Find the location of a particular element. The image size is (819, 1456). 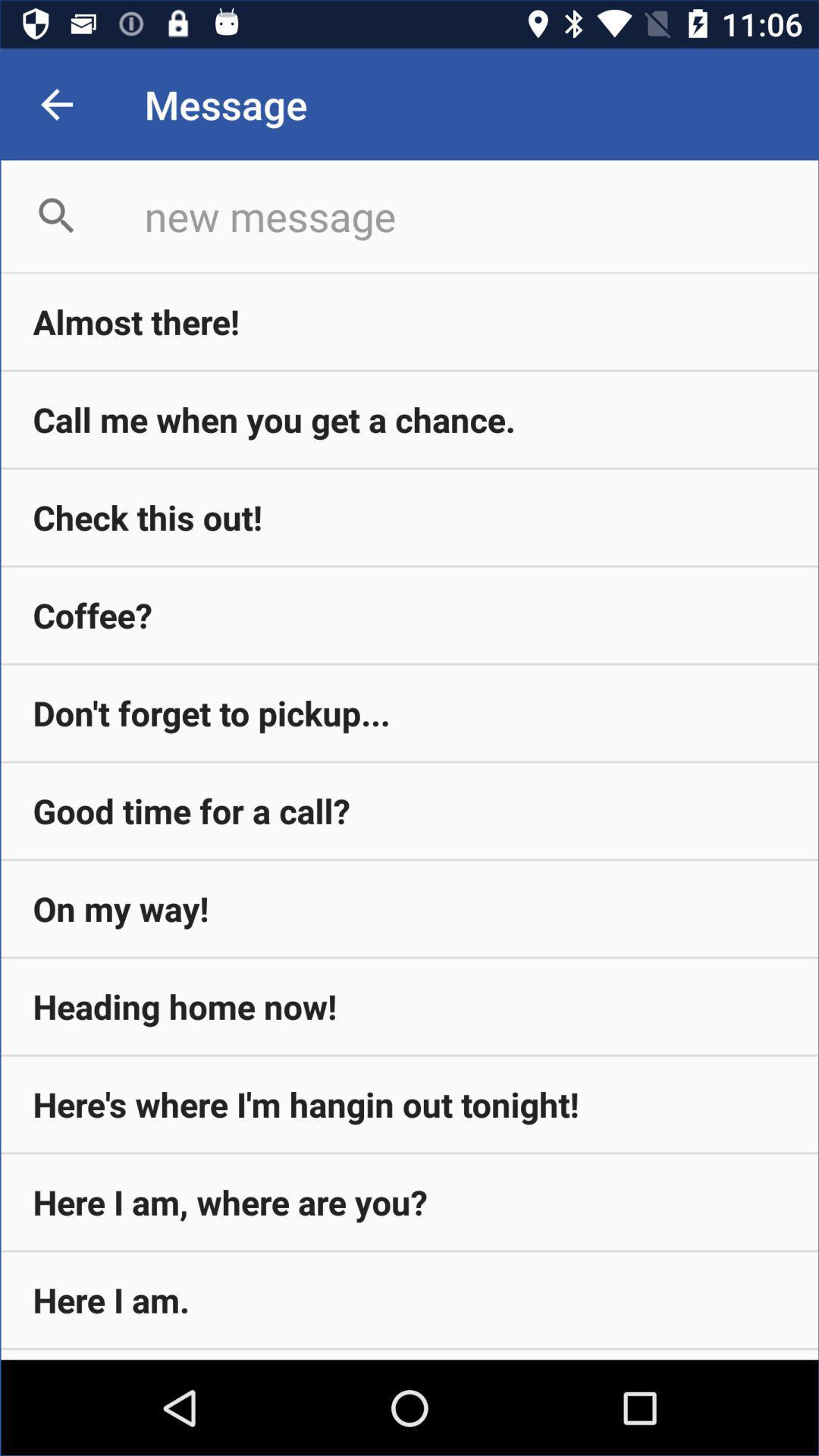

item above the here i am is located at coordinates (409, 1104).